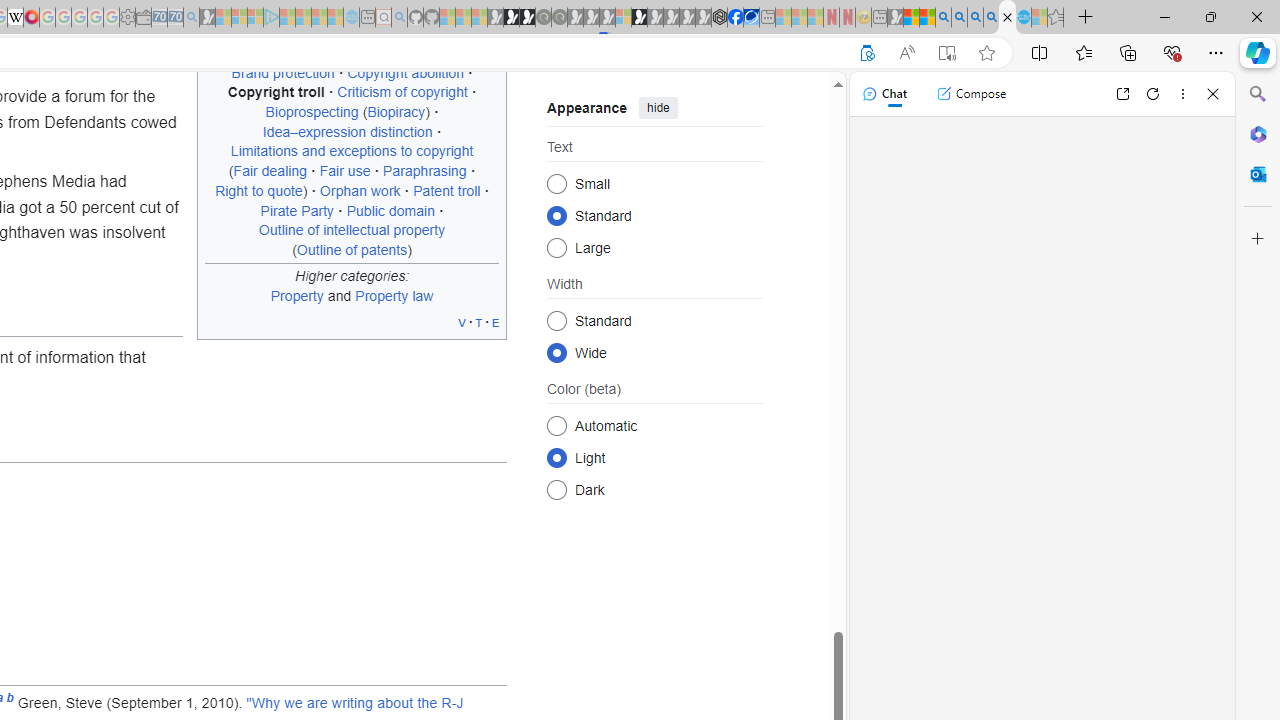 The width and height of the screenshot is (1280, 720). Describe the element at coordinates (296, 210) in the screenshot. I see `'Pirate Party'` at that location.